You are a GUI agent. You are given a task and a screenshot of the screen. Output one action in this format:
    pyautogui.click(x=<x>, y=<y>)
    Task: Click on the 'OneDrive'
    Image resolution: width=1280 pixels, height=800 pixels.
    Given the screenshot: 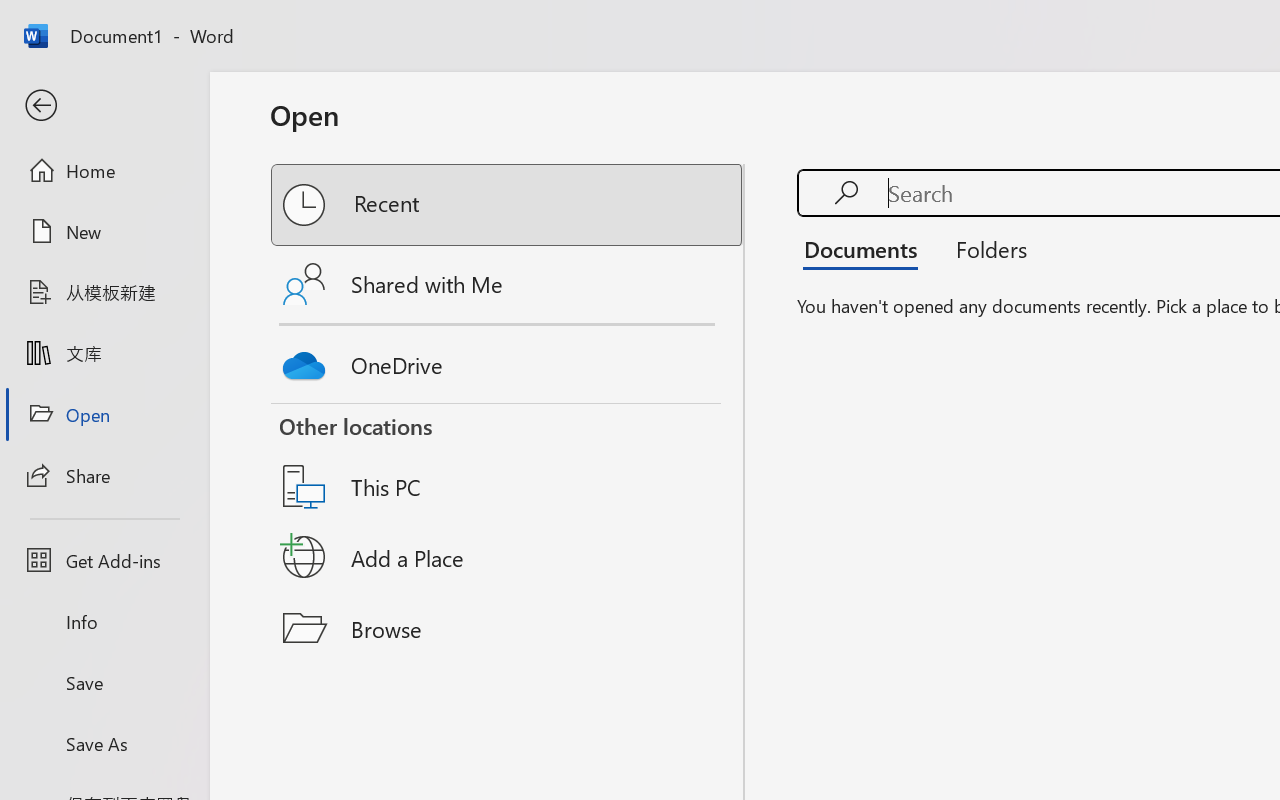 What is the action you would take?
    pyautogui.click(x=508, y=360)
    